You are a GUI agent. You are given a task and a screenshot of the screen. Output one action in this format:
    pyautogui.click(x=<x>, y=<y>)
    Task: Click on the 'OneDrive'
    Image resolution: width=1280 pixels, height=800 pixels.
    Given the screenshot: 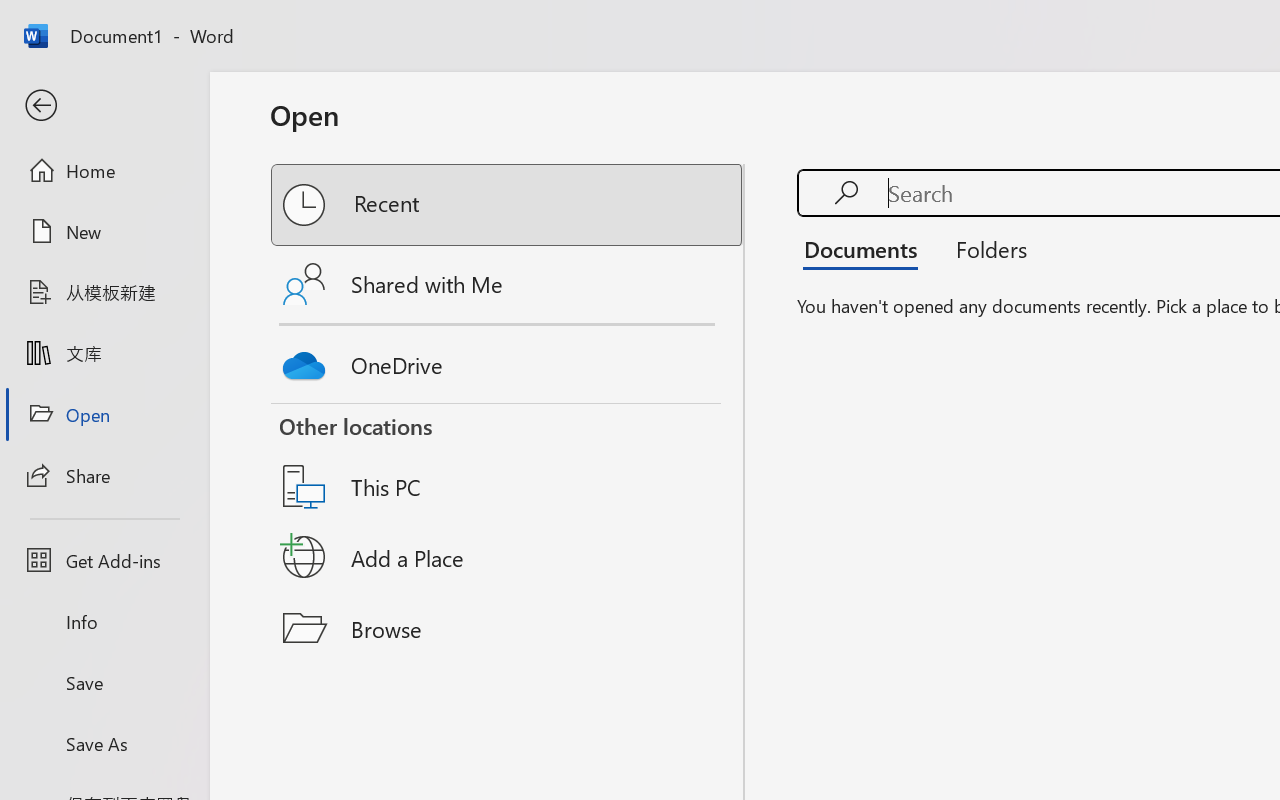 What is the action you would take?
    pyautogui.click(x=508, y=360)
    